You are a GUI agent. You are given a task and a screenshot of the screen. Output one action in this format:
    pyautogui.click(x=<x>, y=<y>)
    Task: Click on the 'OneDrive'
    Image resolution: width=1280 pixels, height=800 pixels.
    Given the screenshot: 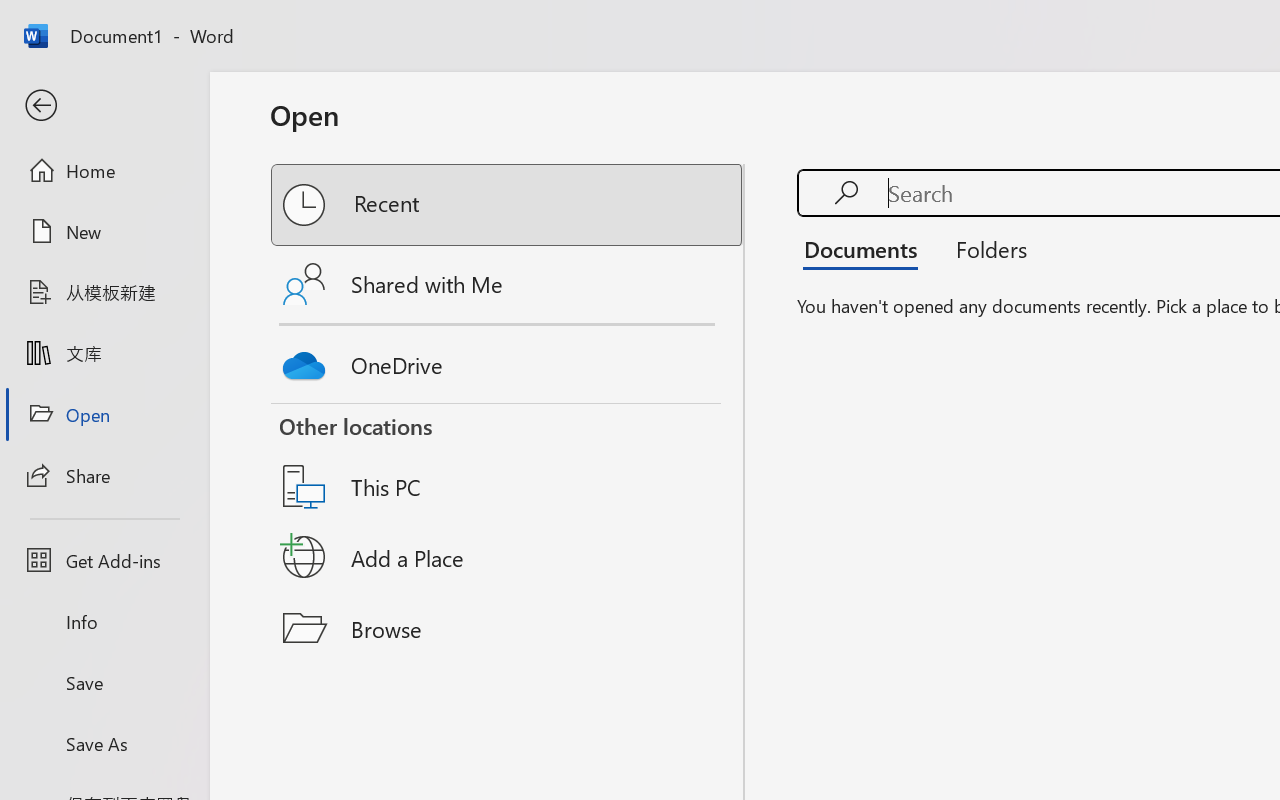 What is the action you would take?
    pyautogui.click(x=508, y=360)
    